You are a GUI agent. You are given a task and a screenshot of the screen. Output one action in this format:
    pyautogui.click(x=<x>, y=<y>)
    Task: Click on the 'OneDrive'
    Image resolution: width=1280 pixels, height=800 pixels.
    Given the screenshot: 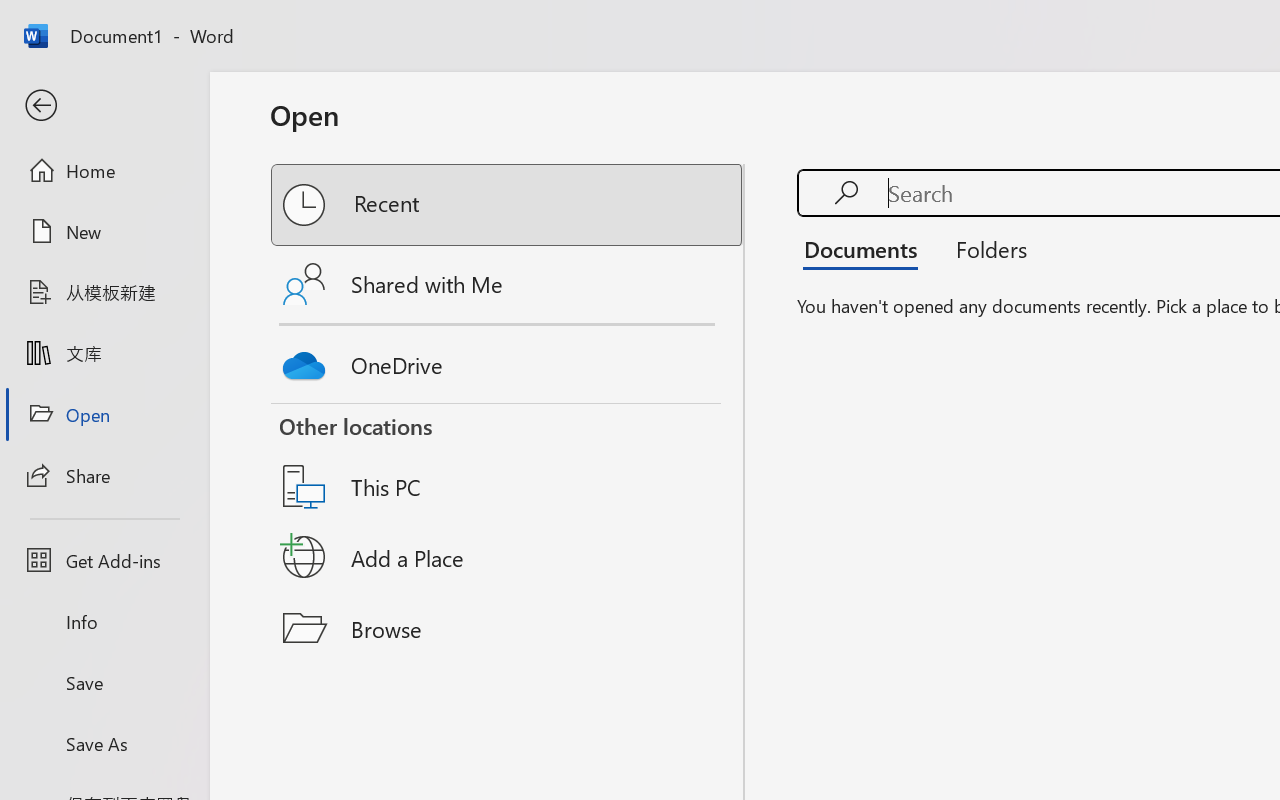 What is the action you would take?
    pyautogui.click(x=508, y=360)
    